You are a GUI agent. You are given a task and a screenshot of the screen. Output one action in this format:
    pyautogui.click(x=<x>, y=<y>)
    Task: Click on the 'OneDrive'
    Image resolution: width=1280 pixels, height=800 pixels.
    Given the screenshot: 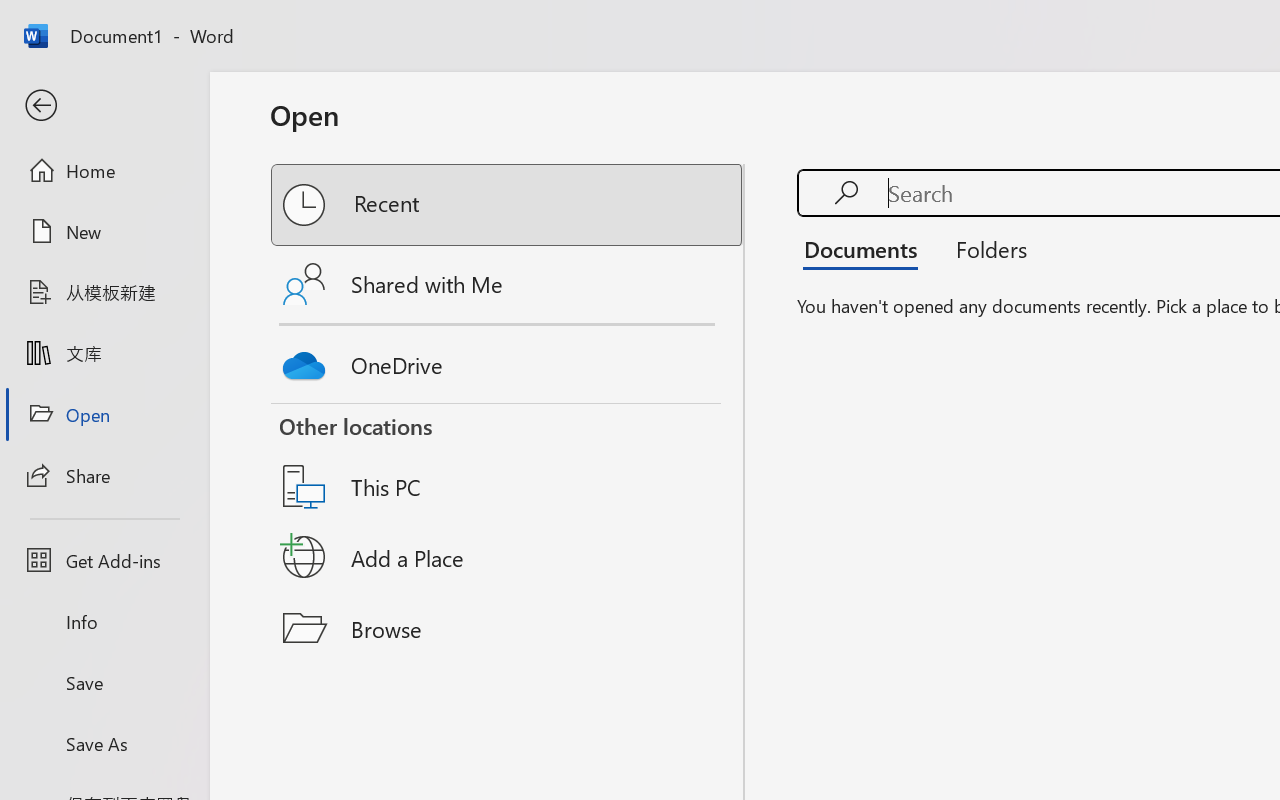 What is the action you would take?
    pyautogui.click(x=508, y=360)
    